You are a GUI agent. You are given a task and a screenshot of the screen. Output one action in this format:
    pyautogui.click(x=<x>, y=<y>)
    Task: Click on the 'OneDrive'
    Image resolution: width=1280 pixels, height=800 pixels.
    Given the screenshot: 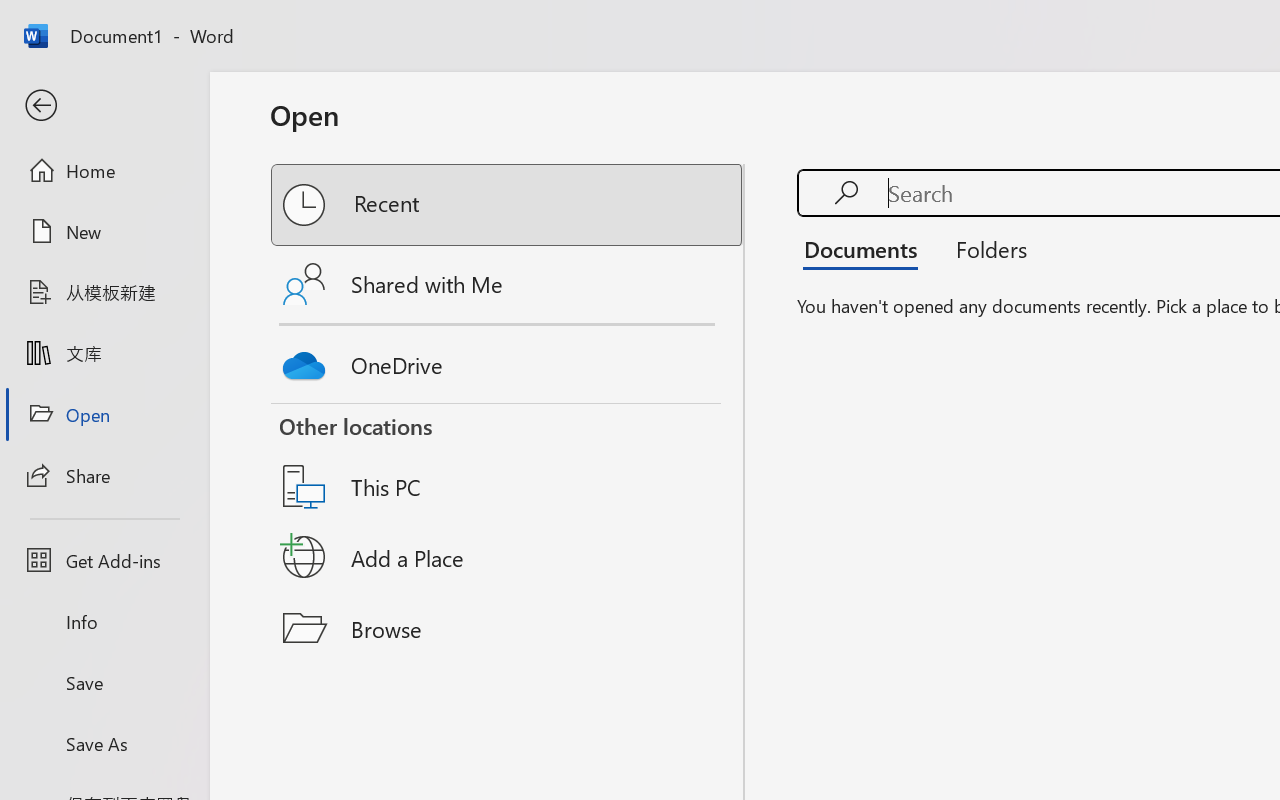 What is the action you would take?
    pyautogui.click(x=508, y=360)
    